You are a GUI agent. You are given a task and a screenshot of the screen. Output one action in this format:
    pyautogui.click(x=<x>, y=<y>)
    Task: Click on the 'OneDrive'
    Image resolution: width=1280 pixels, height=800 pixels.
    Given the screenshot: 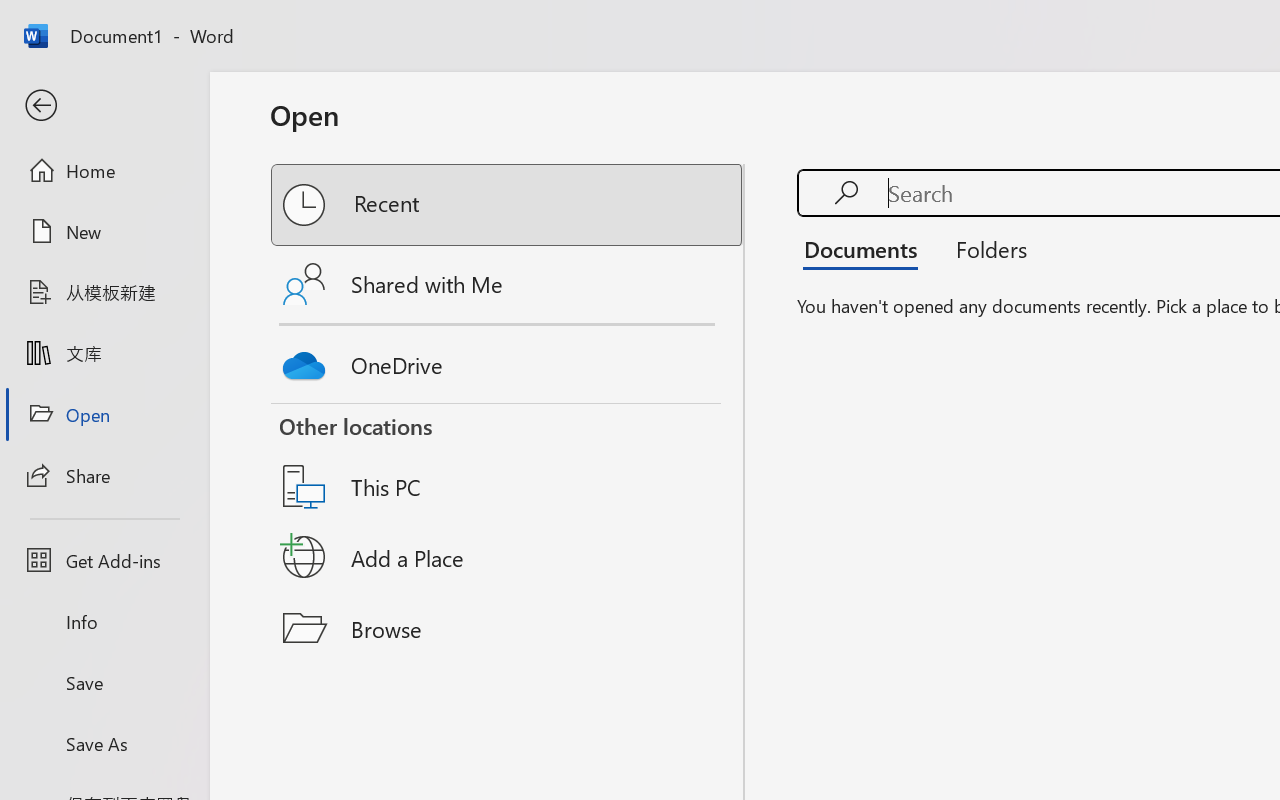 What is the action you would take?
    pyautogui.click(x=508, y=360)
    